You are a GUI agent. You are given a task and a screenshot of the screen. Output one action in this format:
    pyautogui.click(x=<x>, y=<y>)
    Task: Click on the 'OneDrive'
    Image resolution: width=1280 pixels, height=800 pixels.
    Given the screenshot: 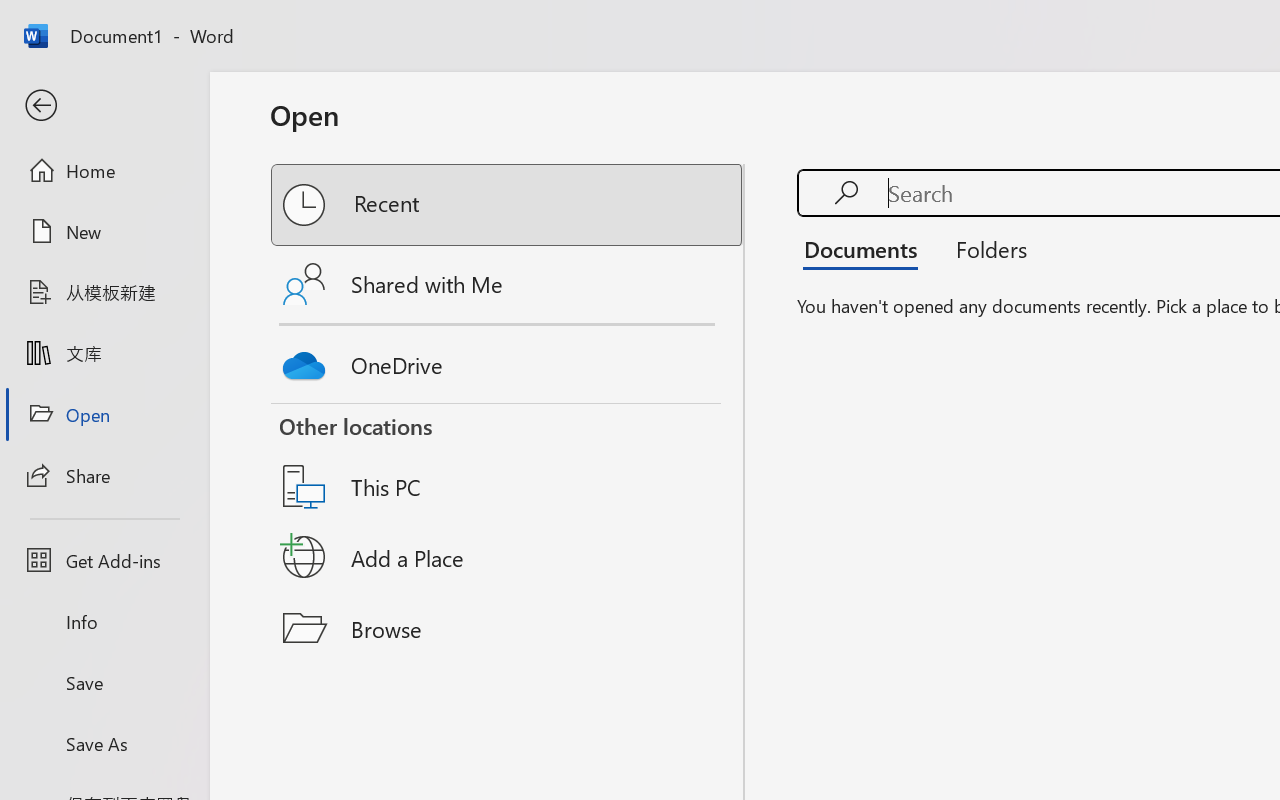 What is the action you would take?
    pyautogui.click(x=508, y=360)
    